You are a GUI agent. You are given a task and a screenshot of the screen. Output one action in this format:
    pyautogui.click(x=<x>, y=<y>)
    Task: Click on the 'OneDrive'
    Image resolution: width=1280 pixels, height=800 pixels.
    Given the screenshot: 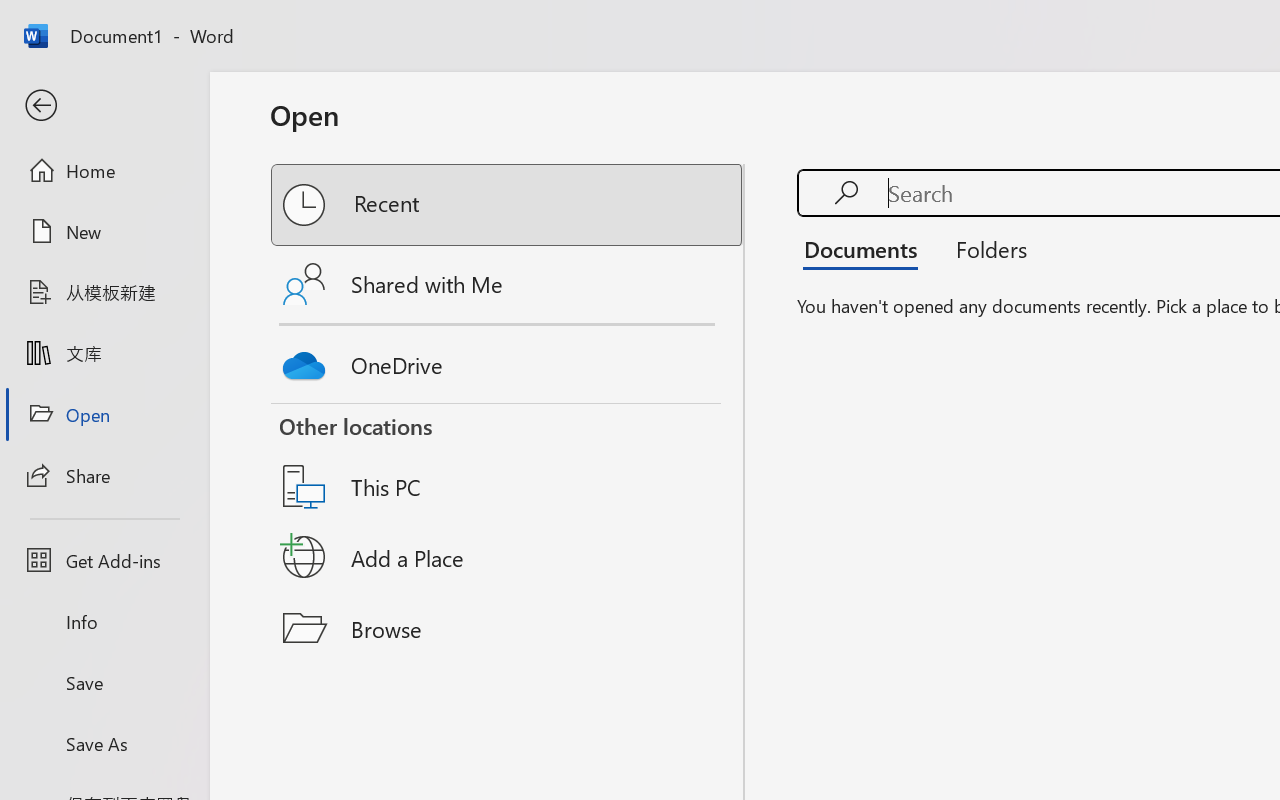 What is the action you would take?
    pyautogui.click(x=508, y=360)
    